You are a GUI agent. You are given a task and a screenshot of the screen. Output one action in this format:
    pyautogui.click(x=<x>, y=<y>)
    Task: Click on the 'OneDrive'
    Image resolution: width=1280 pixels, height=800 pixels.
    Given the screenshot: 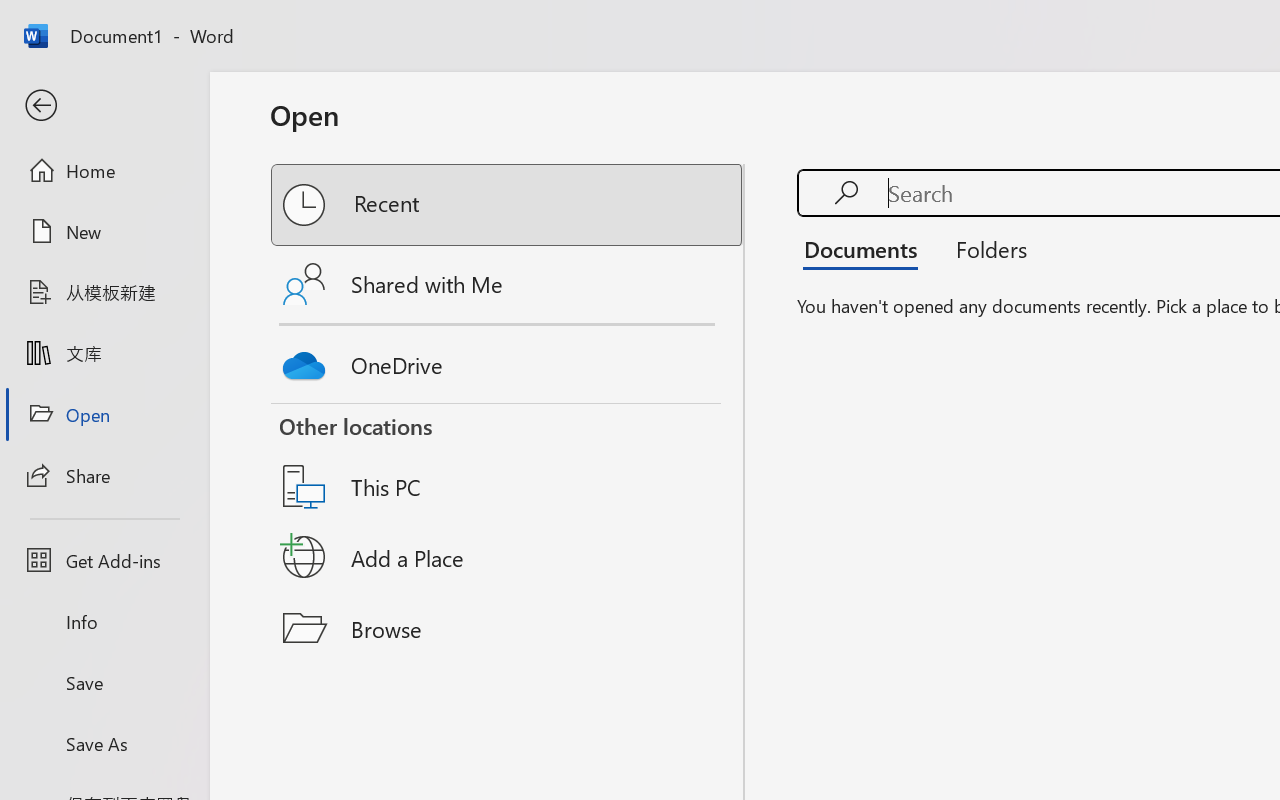 What is the action you would take?
    pyautogui.click(x=508, y=360)
    